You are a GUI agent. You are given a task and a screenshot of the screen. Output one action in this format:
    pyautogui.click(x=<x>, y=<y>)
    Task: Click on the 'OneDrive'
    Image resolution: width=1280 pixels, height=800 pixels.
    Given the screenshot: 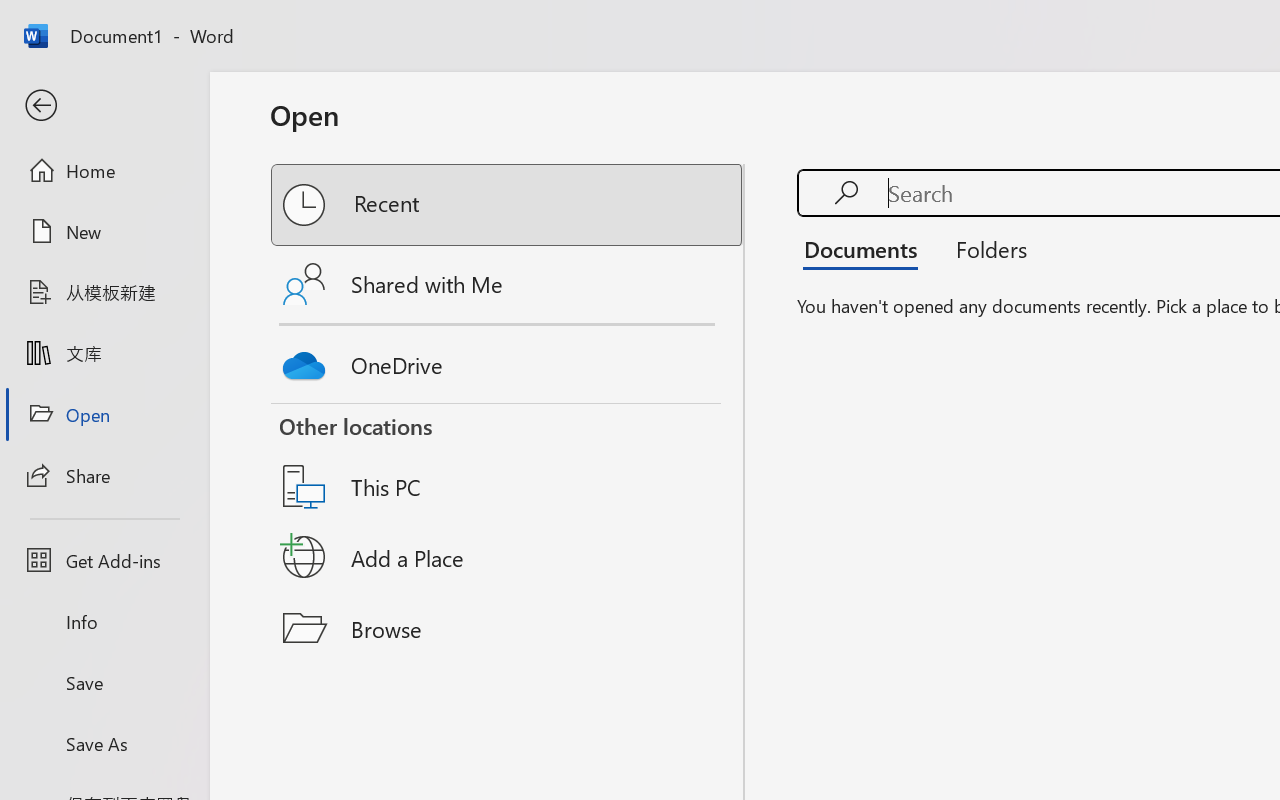 What is the action you would take?
    pyautogui.click(x=508, y=360)
    